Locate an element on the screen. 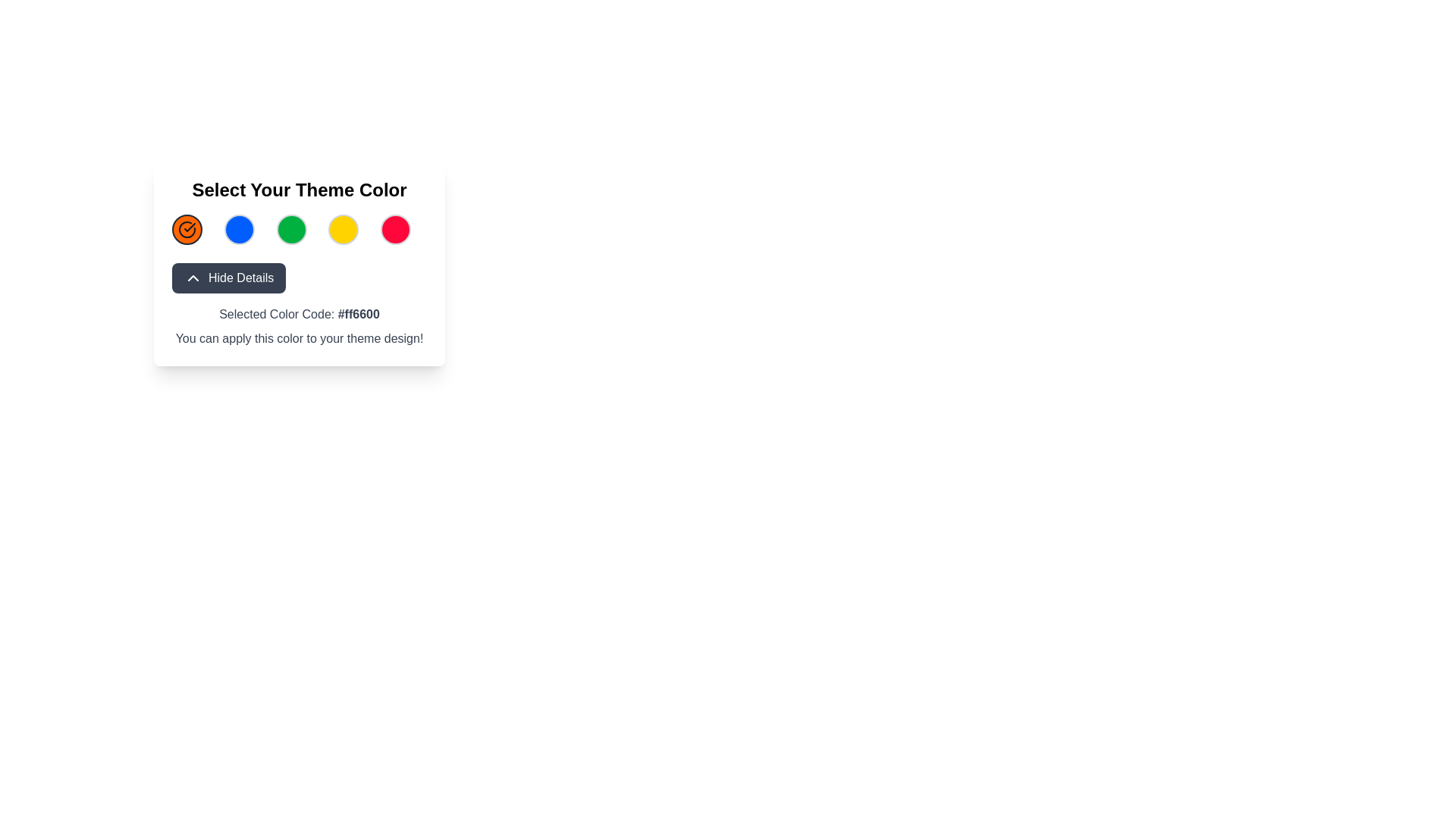  the collapse button with an upward-pointing chevron icon, which hides additional details related to theme selection is located at coordinates (228, 278).